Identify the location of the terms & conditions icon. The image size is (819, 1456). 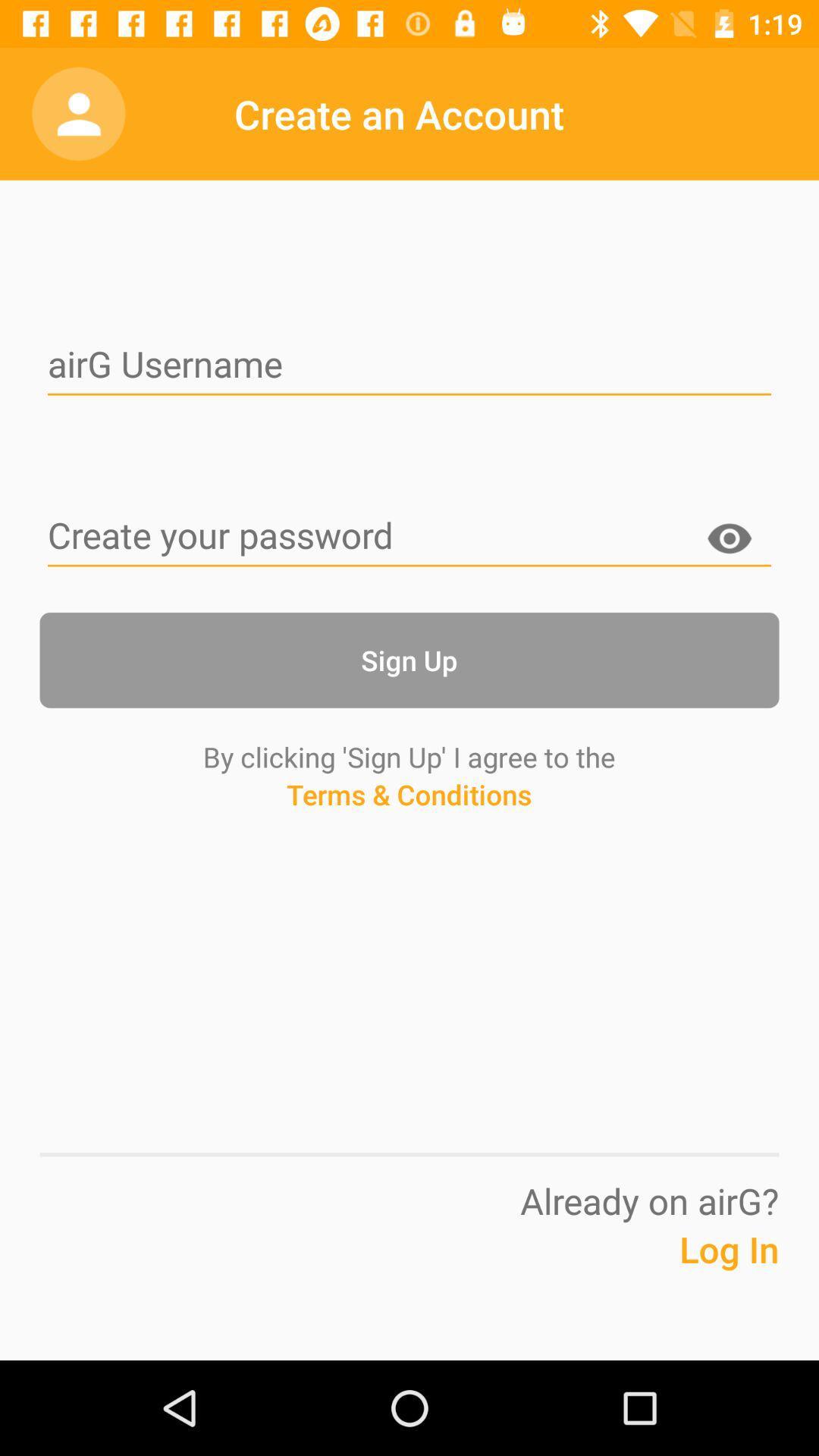
(408, 822).